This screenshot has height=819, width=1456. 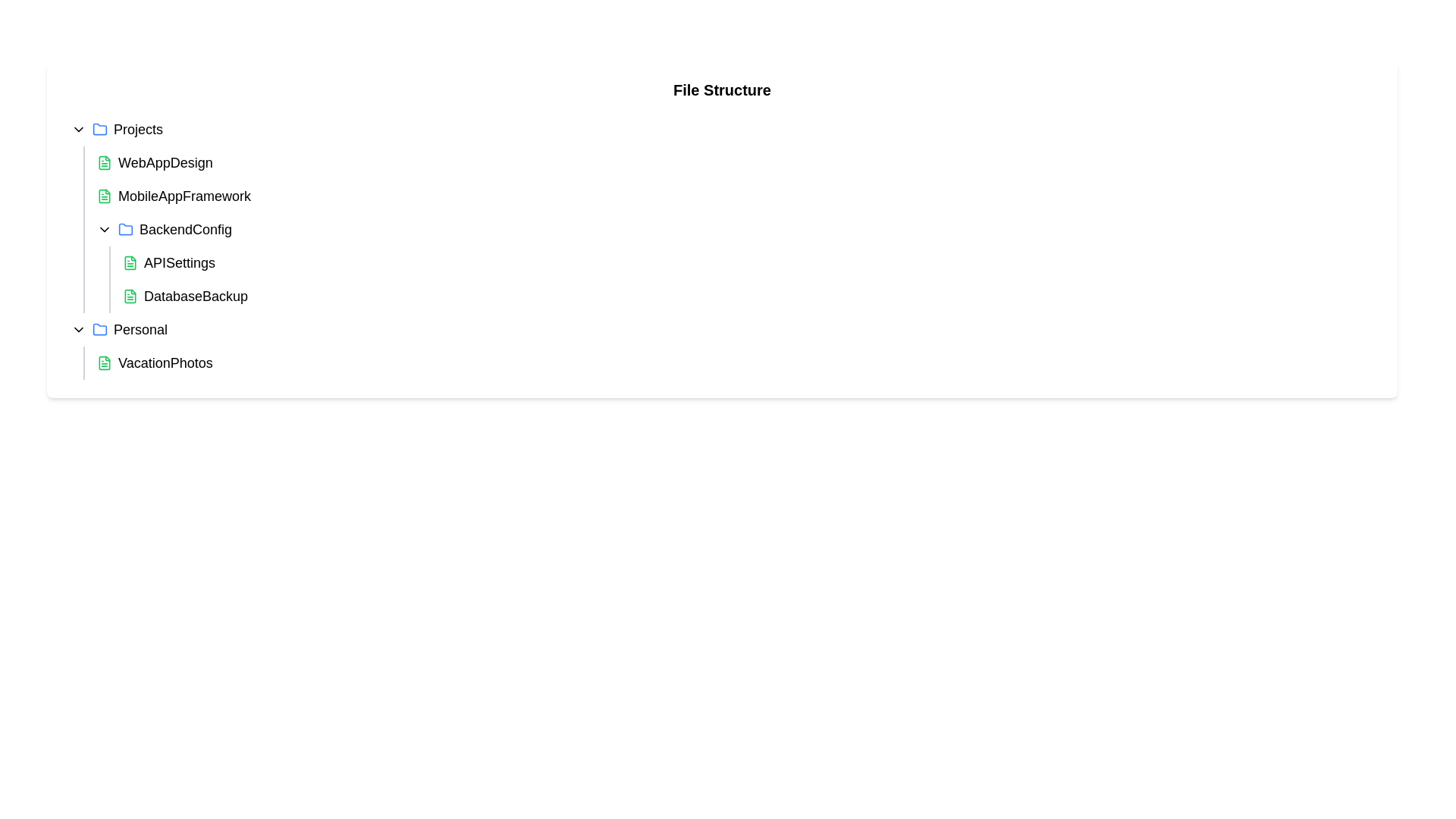 I want to click on the blue folder icon located to the left of the 'Personal' label, so click(x=99, y=329).